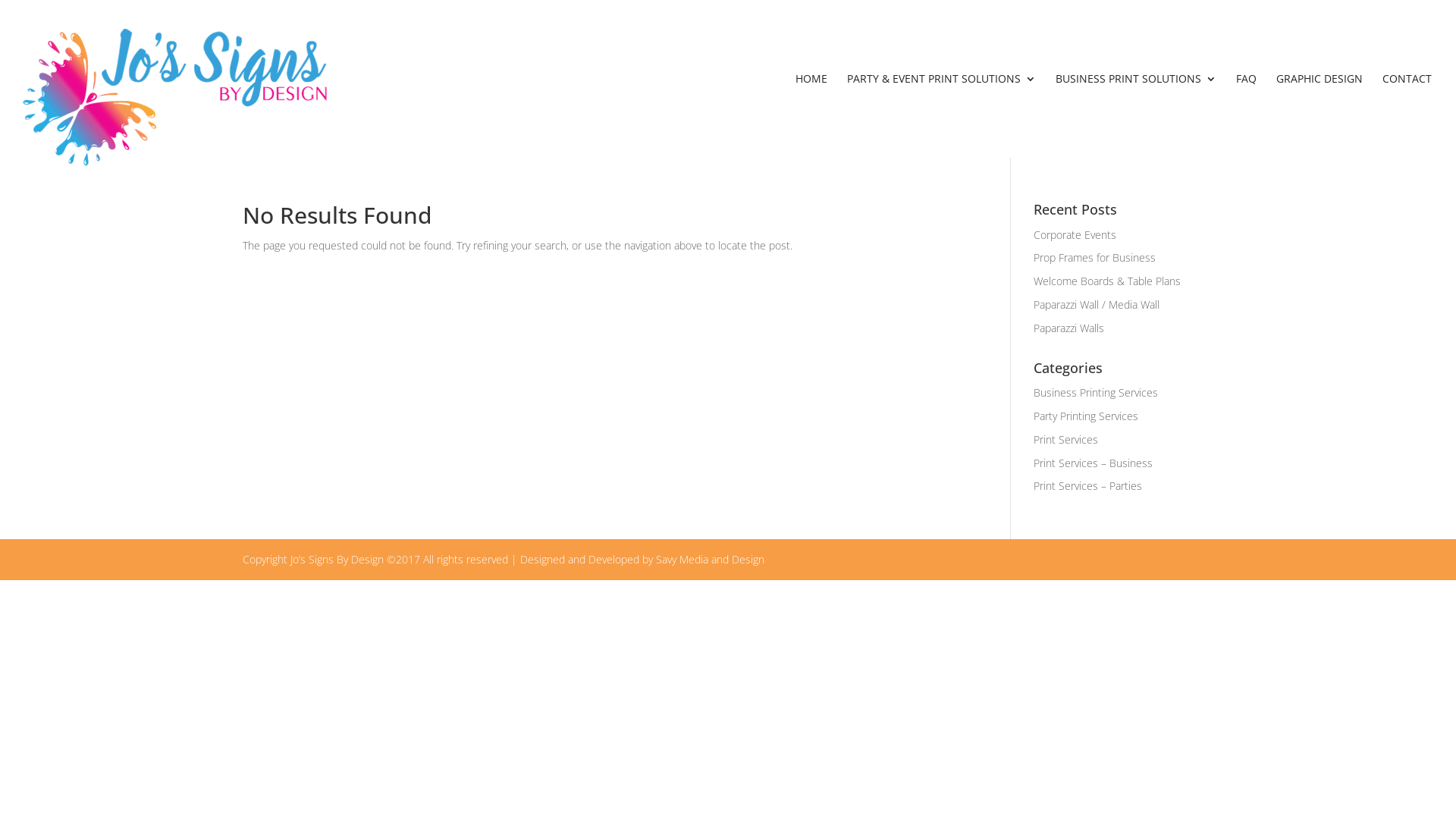  What do you see at coordinates (1406, 115) in the screenshot?
I see `'CONTACT'` at bounding box center [1406, 115].